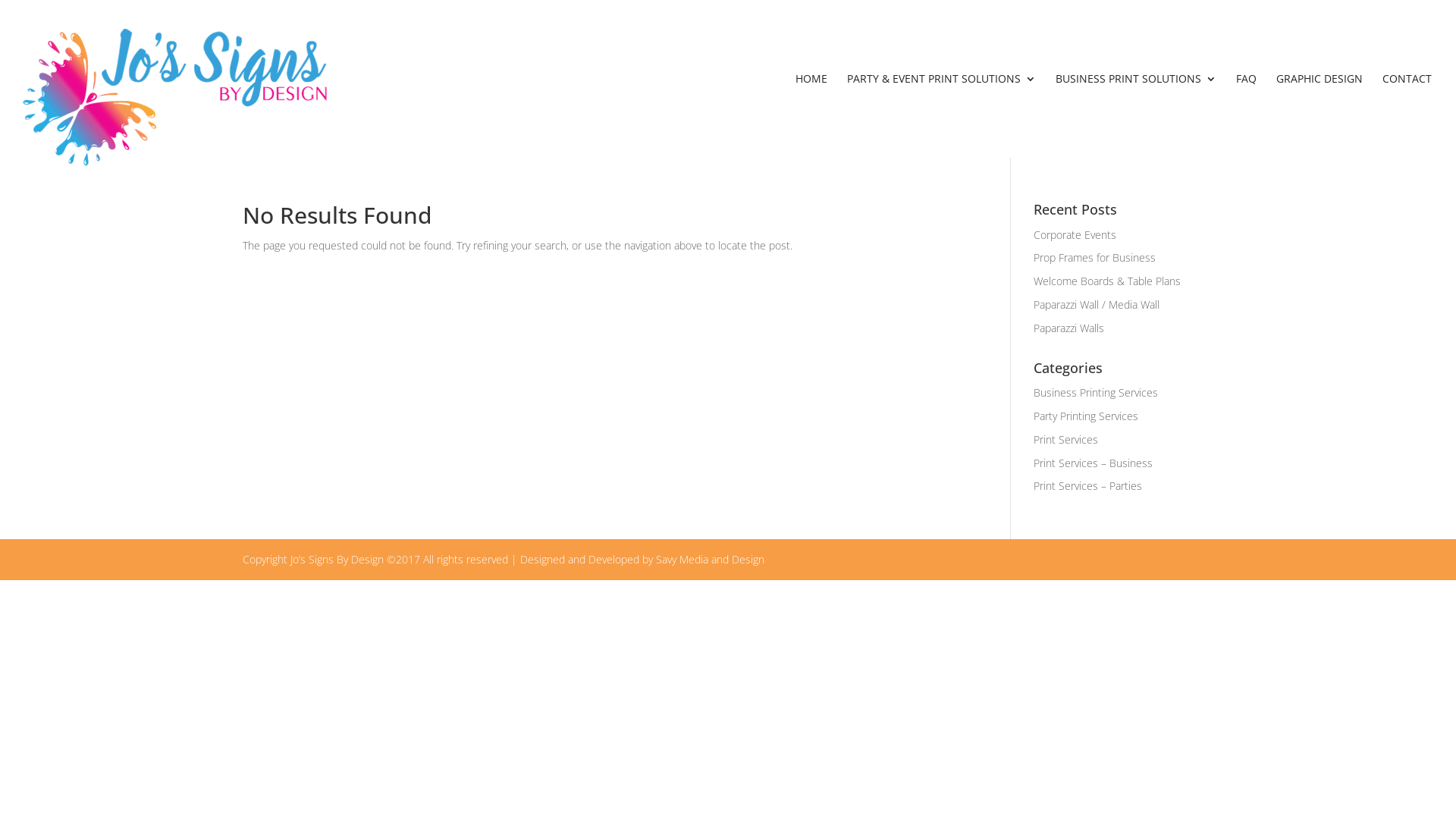  What do you see at coordinates (1406, 115) in the screenshot?
I see `'CONTACT'` at bounding box center [1406, 115].